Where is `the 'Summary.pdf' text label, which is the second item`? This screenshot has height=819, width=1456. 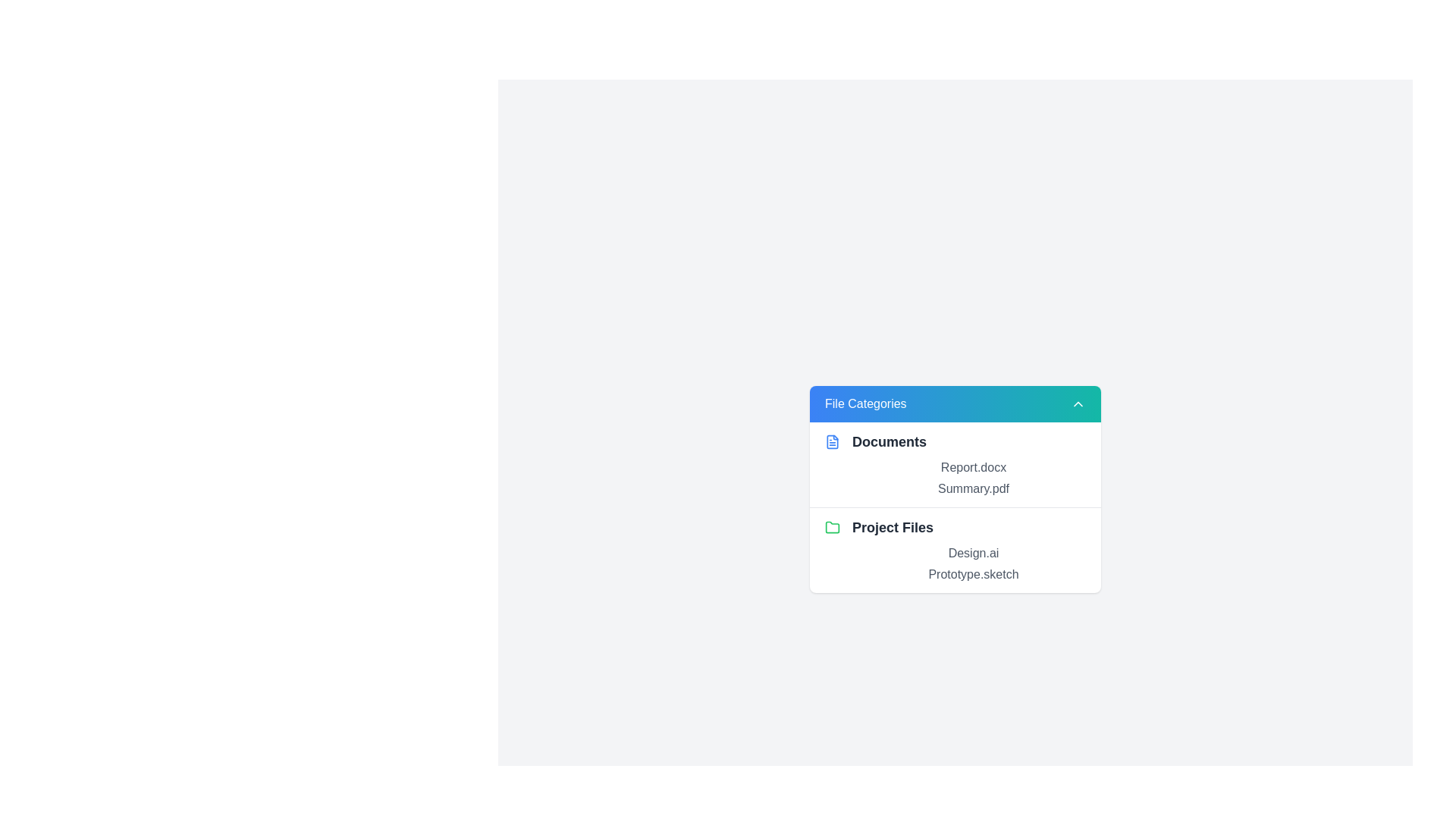 the 'Summary.pdf' text label, which is the second item is located at coordinates (973, 488).